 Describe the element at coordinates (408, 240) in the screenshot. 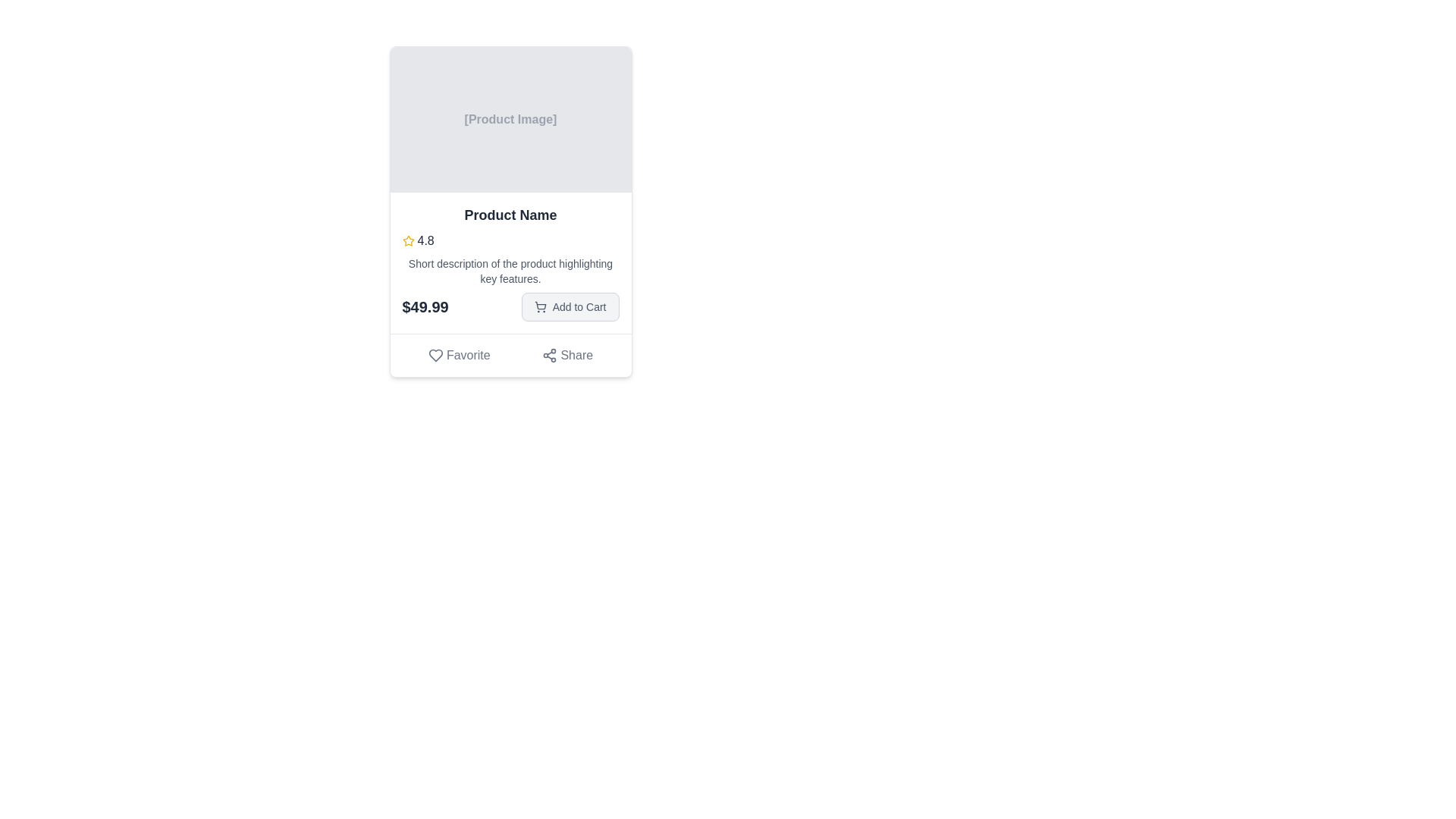

I see `the star rating icon located to the left of the numerical rating text '4.8' in the rating section of the product card` at that location.